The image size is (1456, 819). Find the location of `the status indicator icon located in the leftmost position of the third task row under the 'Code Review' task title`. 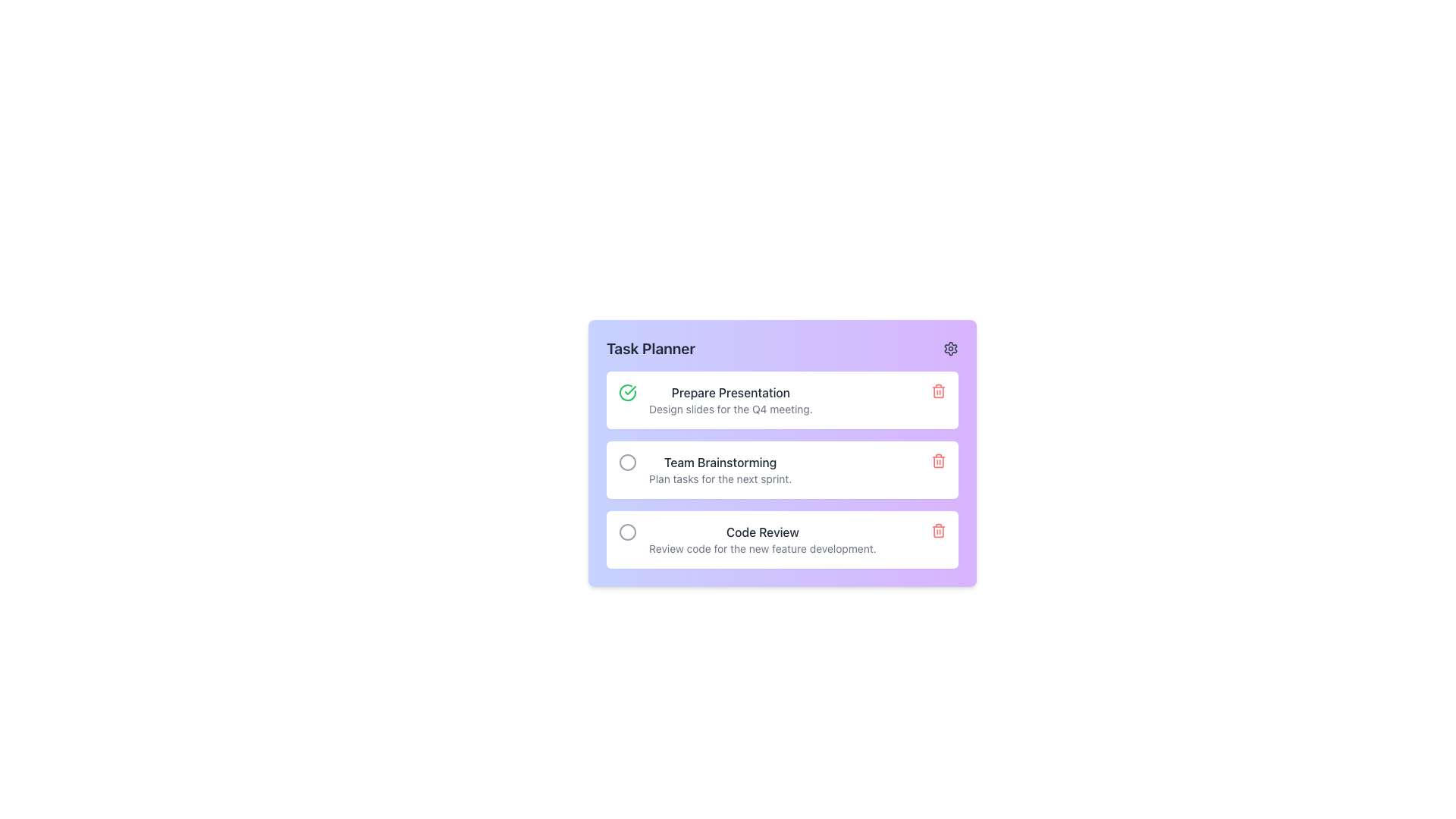

the status indicator icon located in the leftmost position of the third task row under the 'Code Review' task title is located at coordinates (628, 532).